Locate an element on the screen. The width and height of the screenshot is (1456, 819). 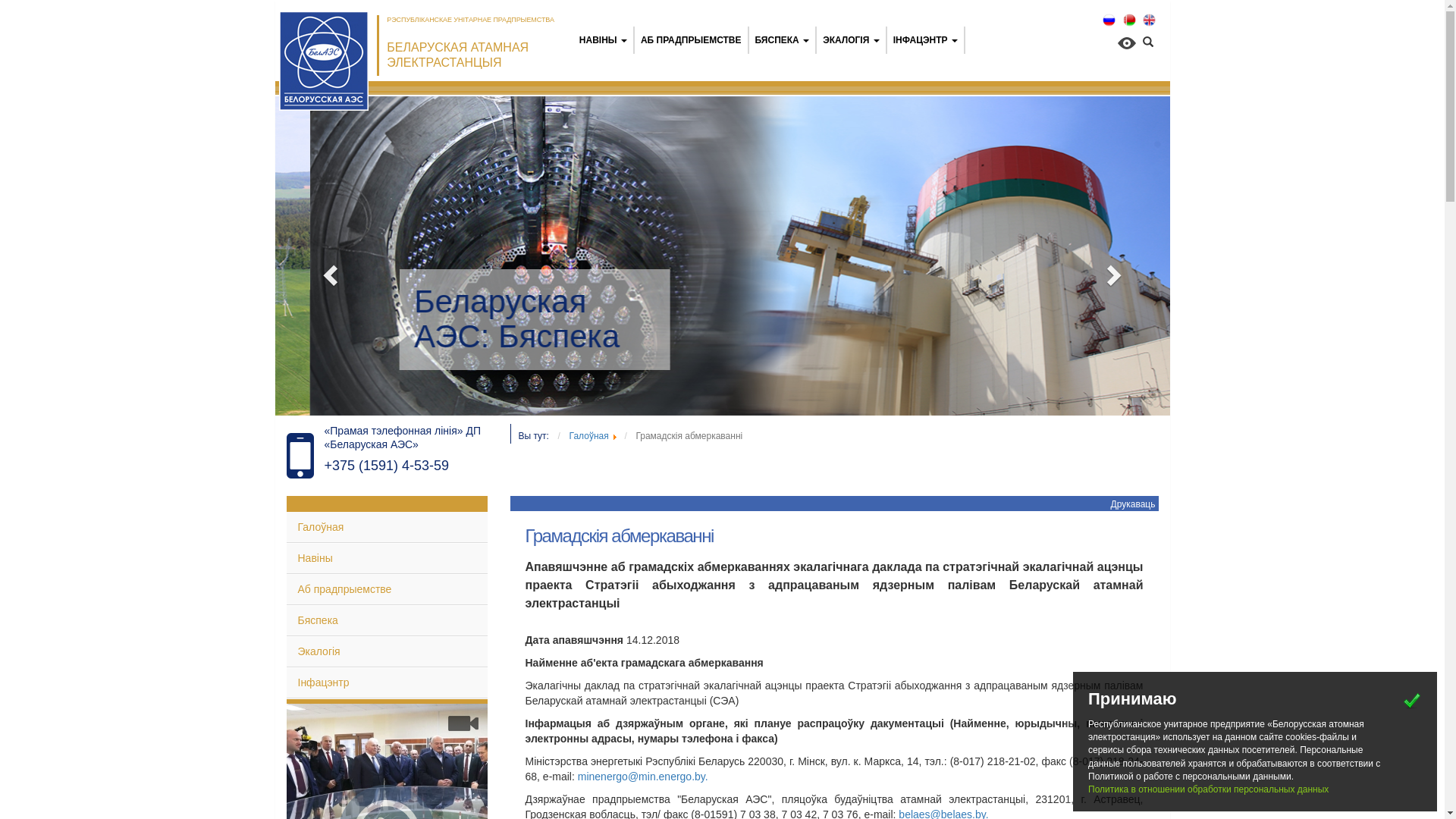
'minenergo@min.energo.by' is located at coordinates (641, 776).